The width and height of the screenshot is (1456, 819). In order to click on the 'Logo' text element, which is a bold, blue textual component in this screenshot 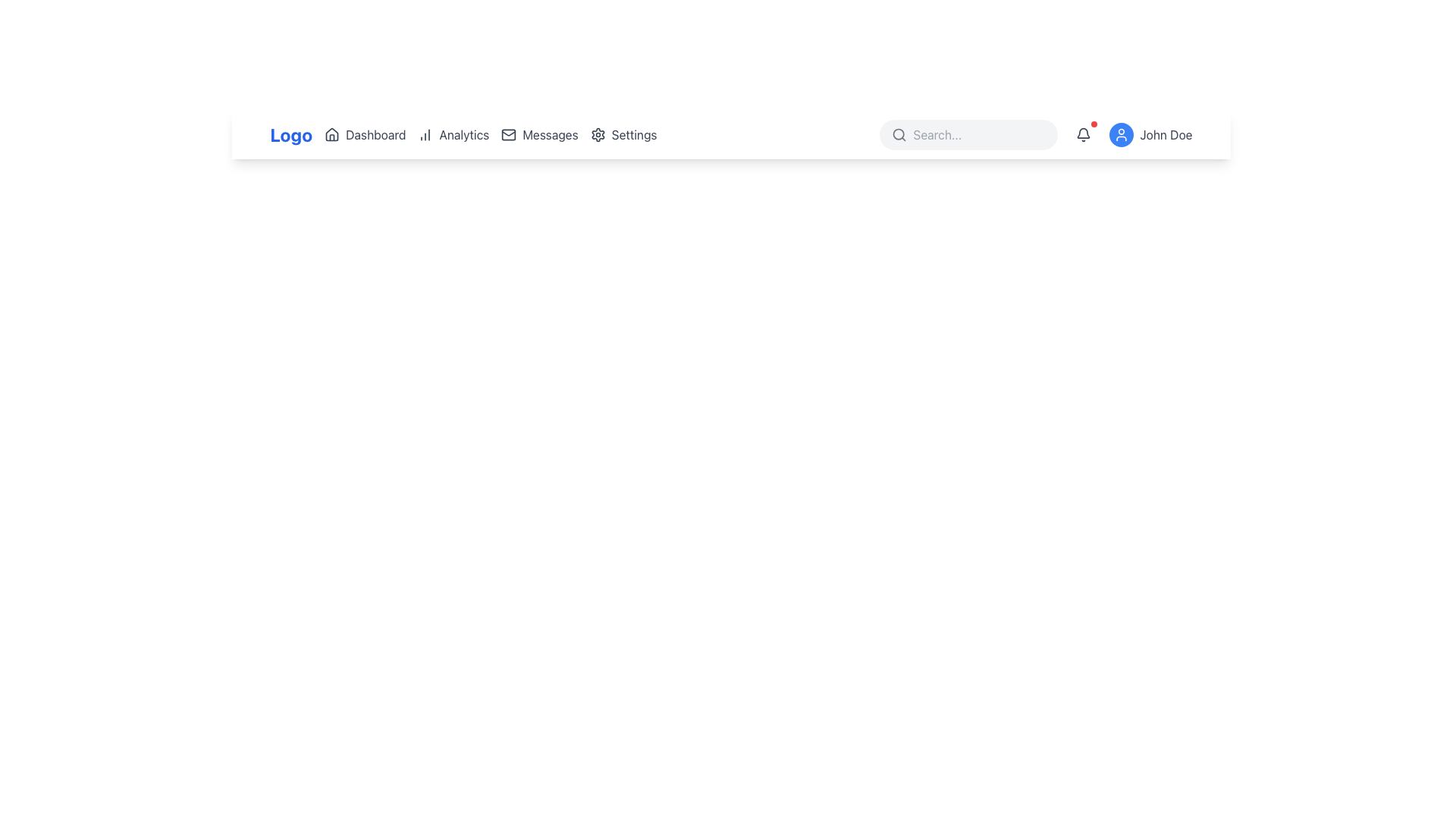, I will do `click(291, 133)`.